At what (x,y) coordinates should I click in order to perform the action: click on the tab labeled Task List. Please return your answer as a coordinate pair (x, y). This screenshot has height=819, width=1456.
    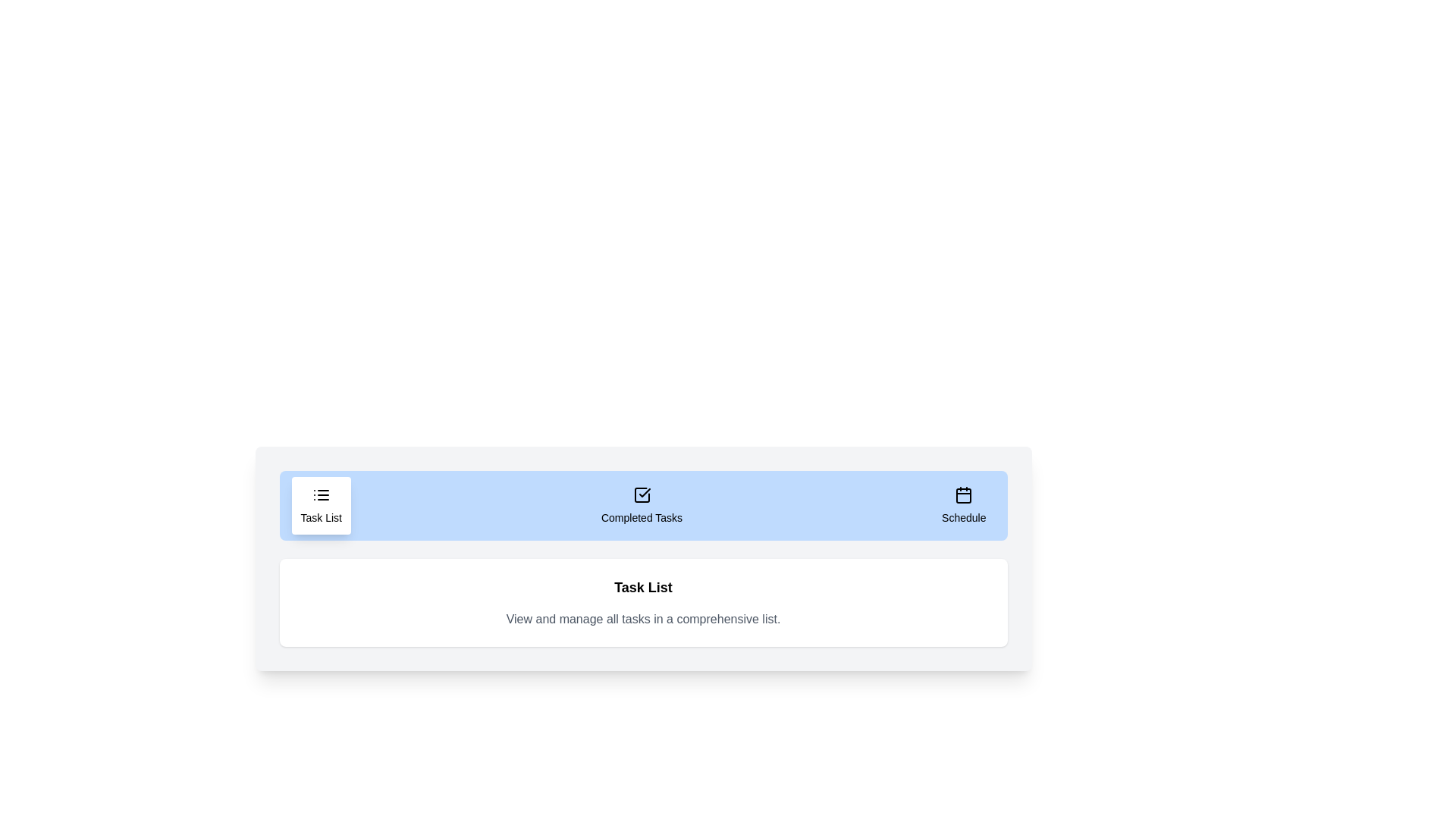
    Looking at the image, I should click on (319, 506).